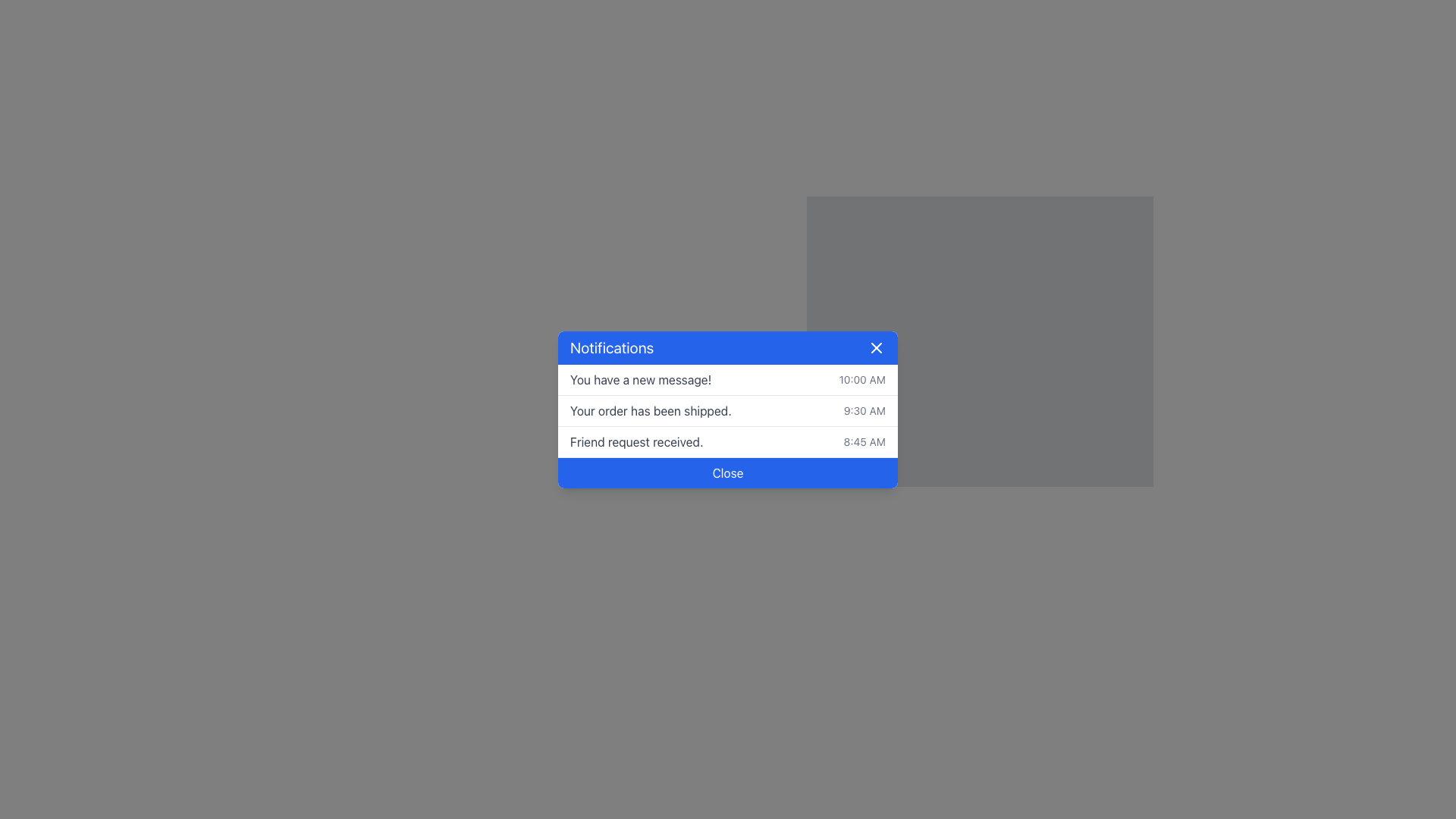 Image resolution: width=1456 pixels, height=819 pixels. I want to click on the notification message that says 'Your order has been shipped.' which is the second item in the list of notifications, so click(728, 411).